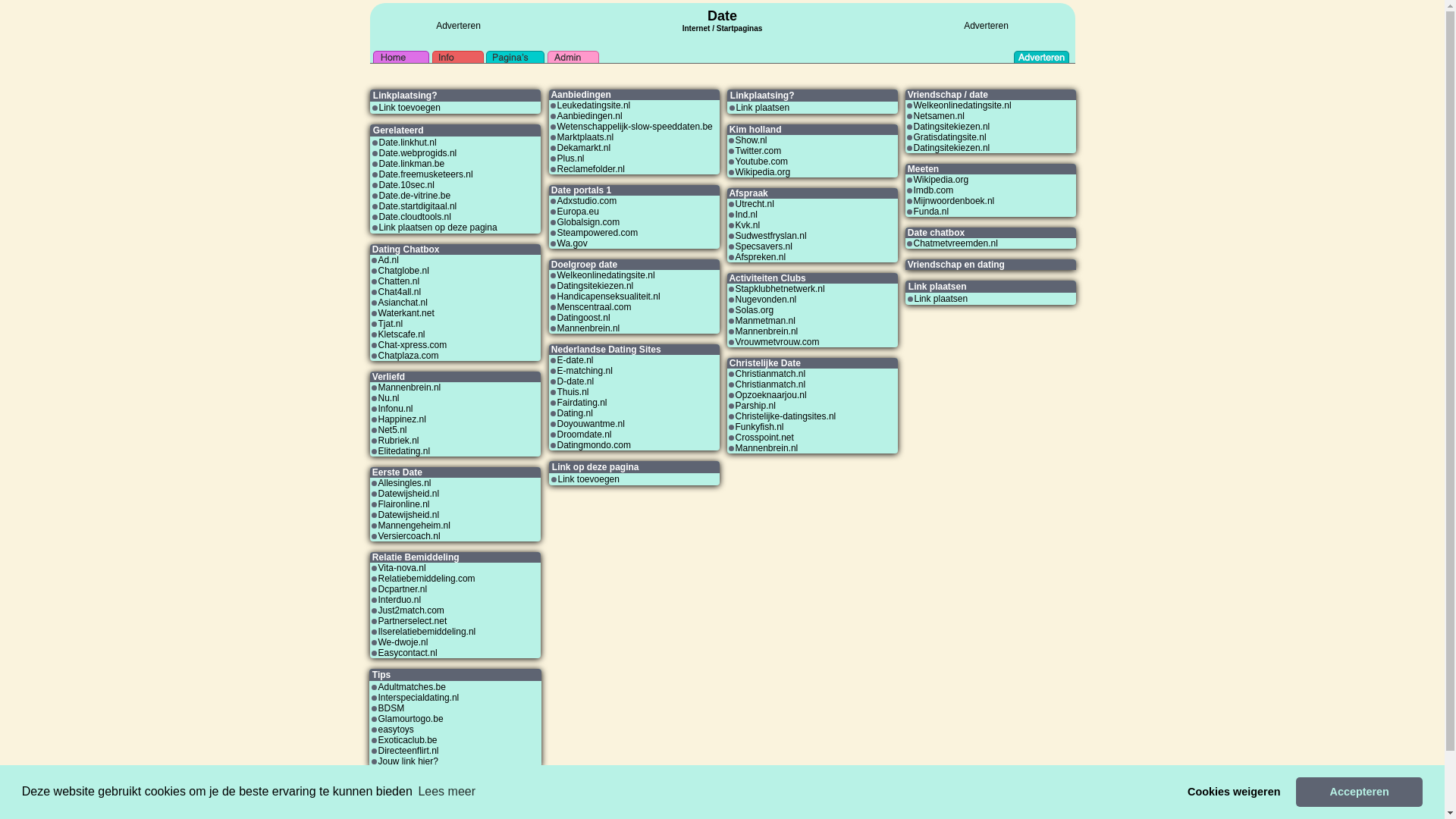 Image resolution: width=1456 pixels, height=819 pixels. I want to click on 'Adverteren', so click(986, 26).